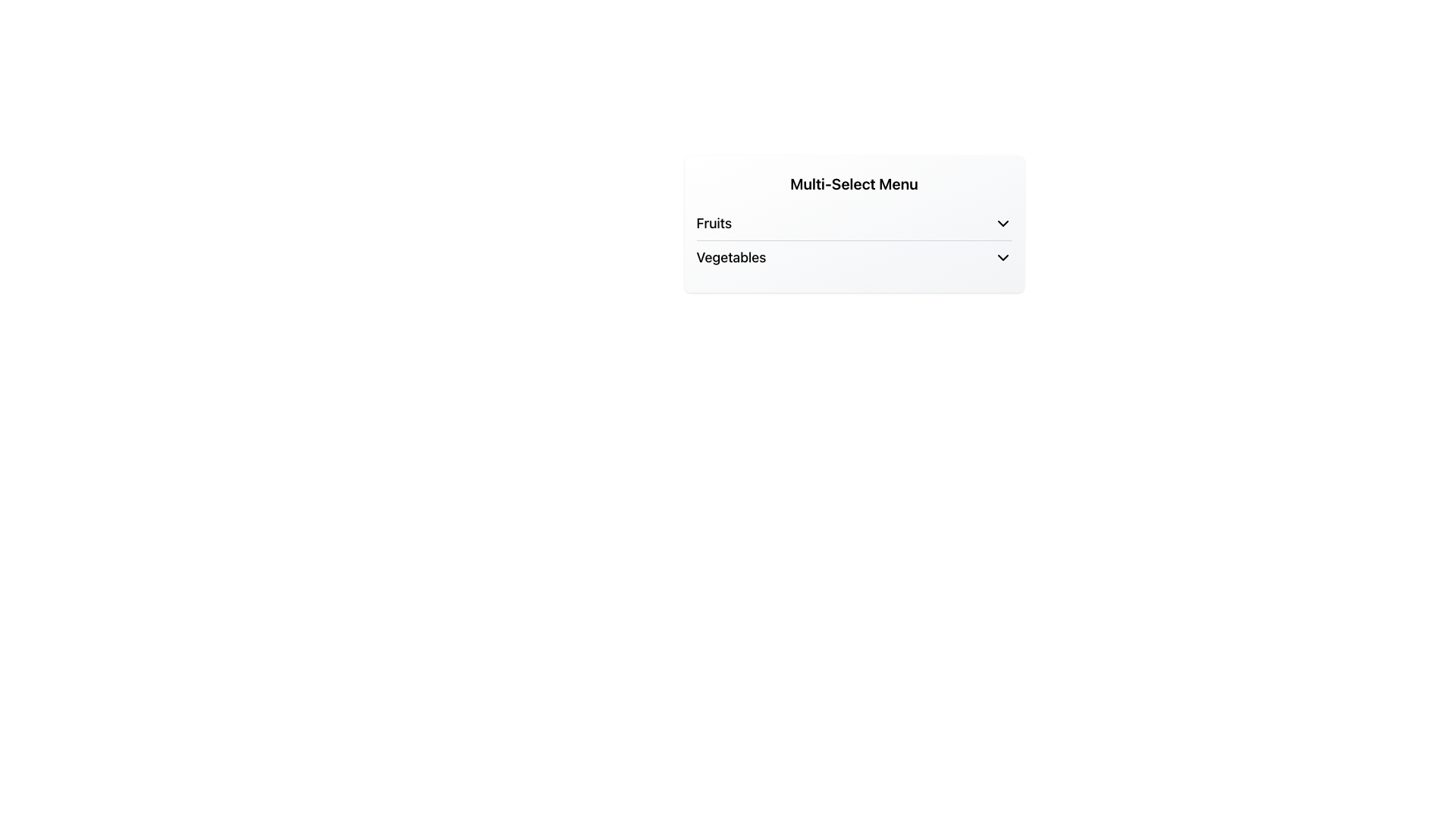 This screenshot has height=819, width=1456. Describe the element at coordinates (731, 256) in the screenshot. I see `text label 'Vegetables' which is the second entry in the dropdown menu for multi-select options, located below 'Fruits'` at that location.